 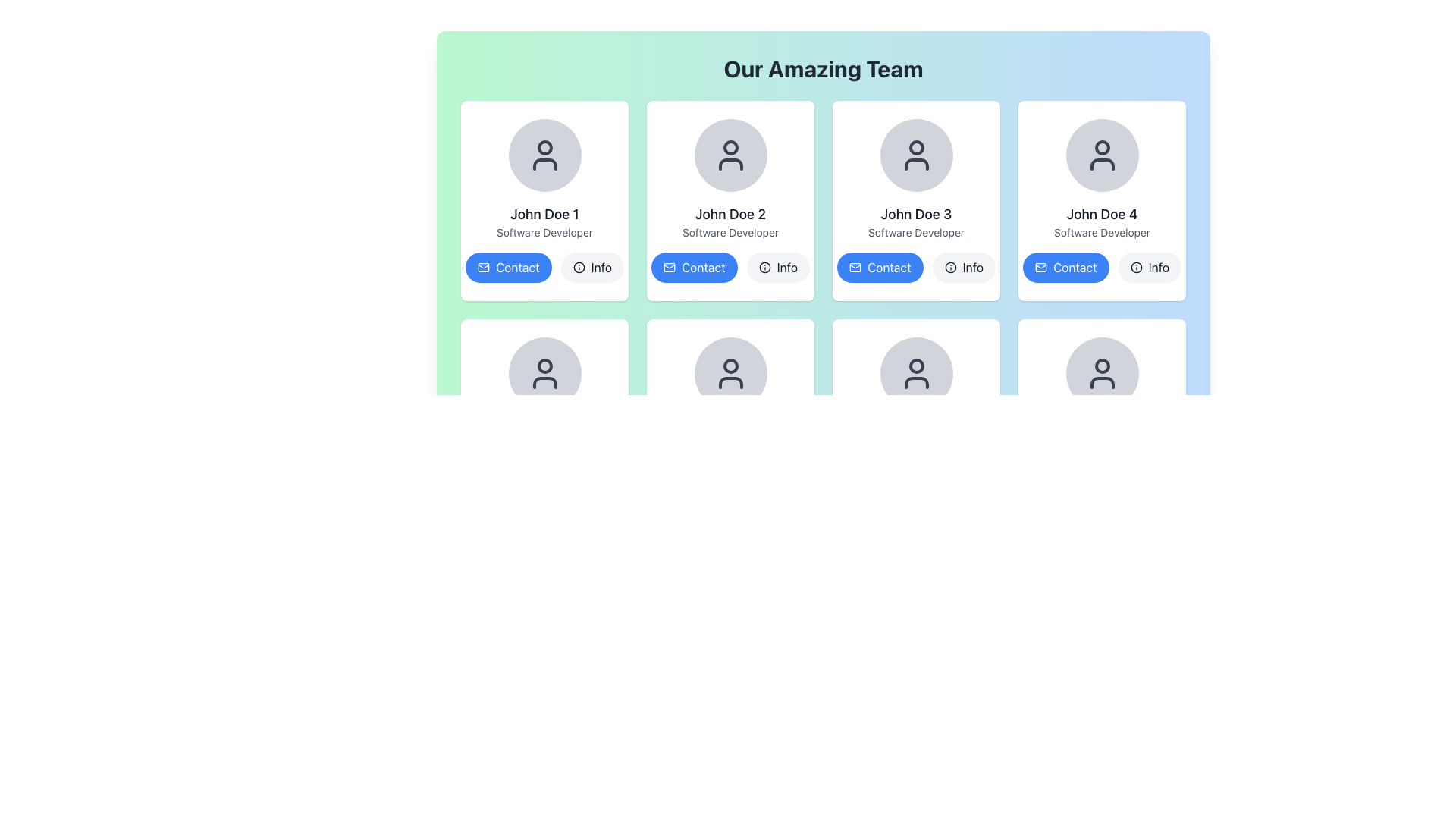 I want to click on descriptive label text located in the fourth profile card from the left in the team section, positioned beneath 'John Doe 4' and above the action buttons, so click(x=1102, y=233).